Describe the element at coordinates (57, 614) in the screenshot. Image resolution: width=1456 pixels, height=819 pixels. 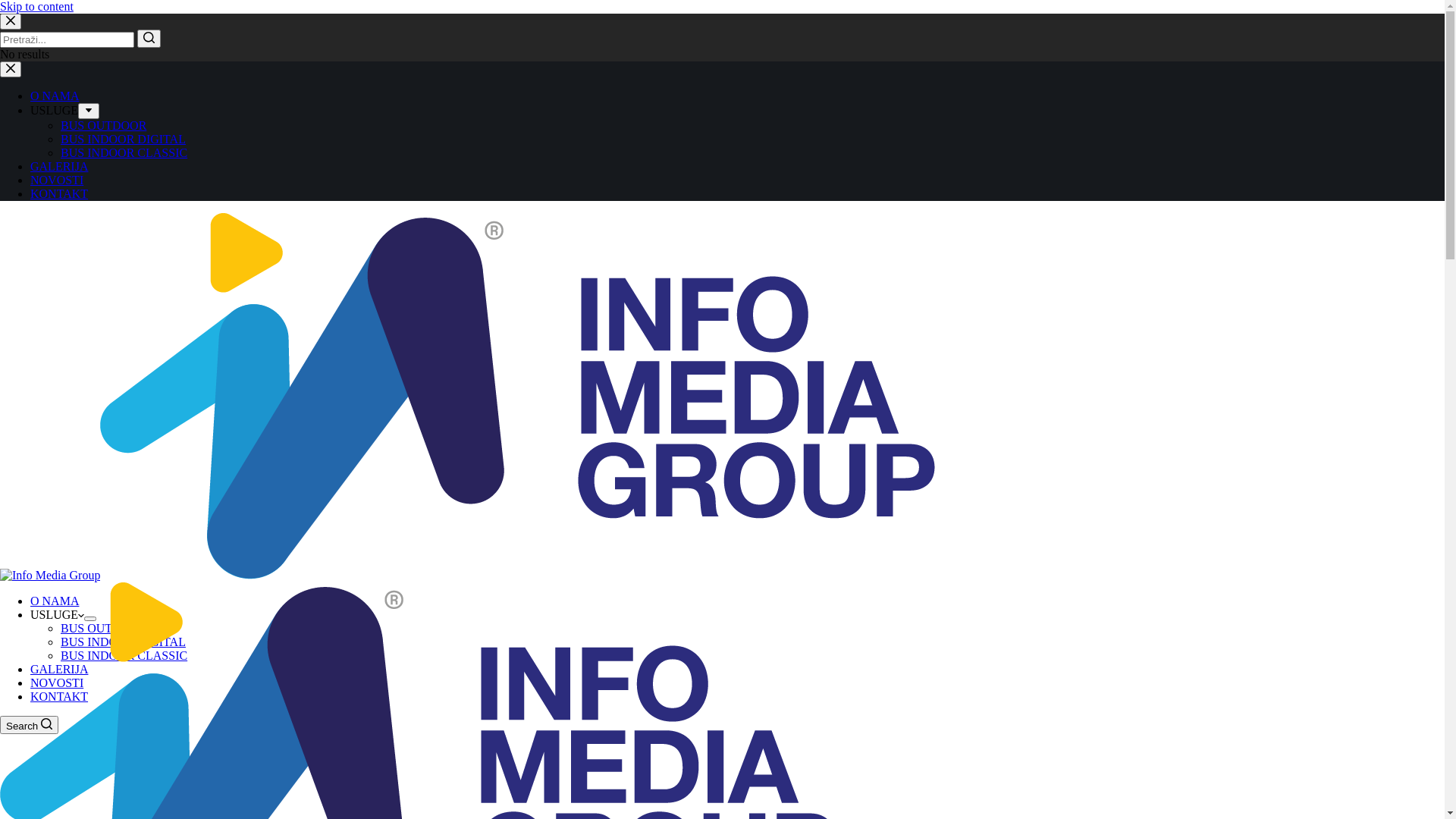
I see `'USLUGE'` at that location.